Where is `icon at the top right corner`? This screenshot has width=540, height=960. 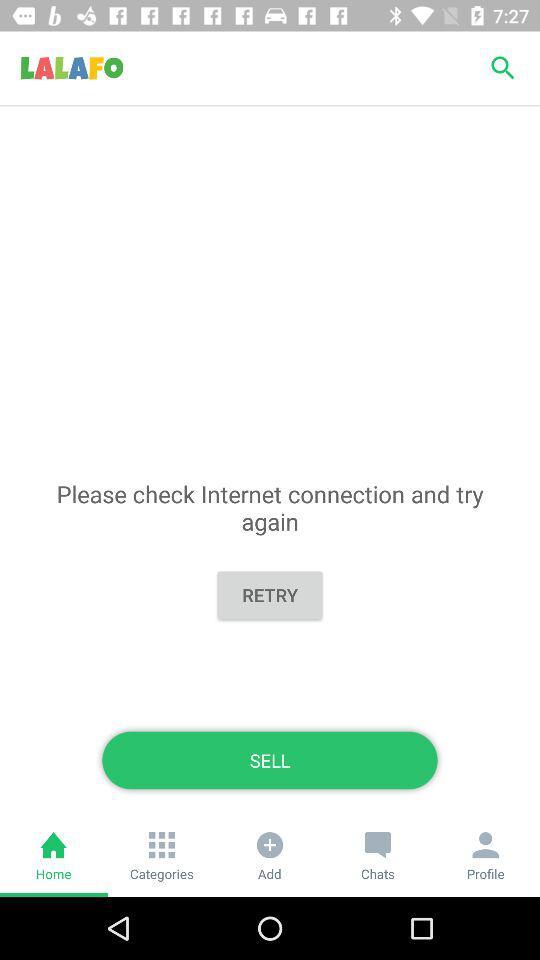 icon at the top right corner is located at coordinates (502, 68).